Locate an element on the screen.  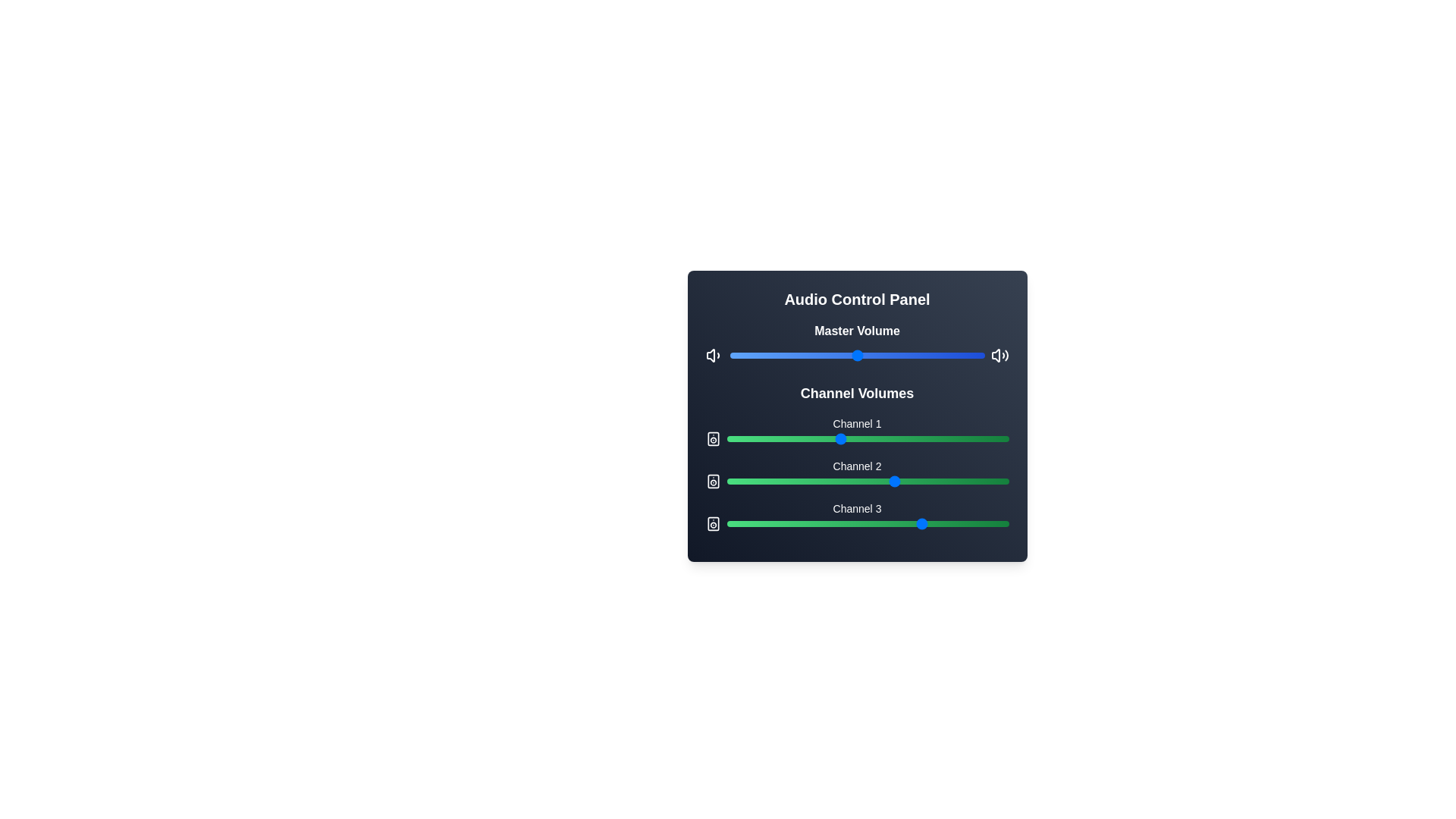
the 'Channel 3' volume slider is located at coordinates (915, 519).